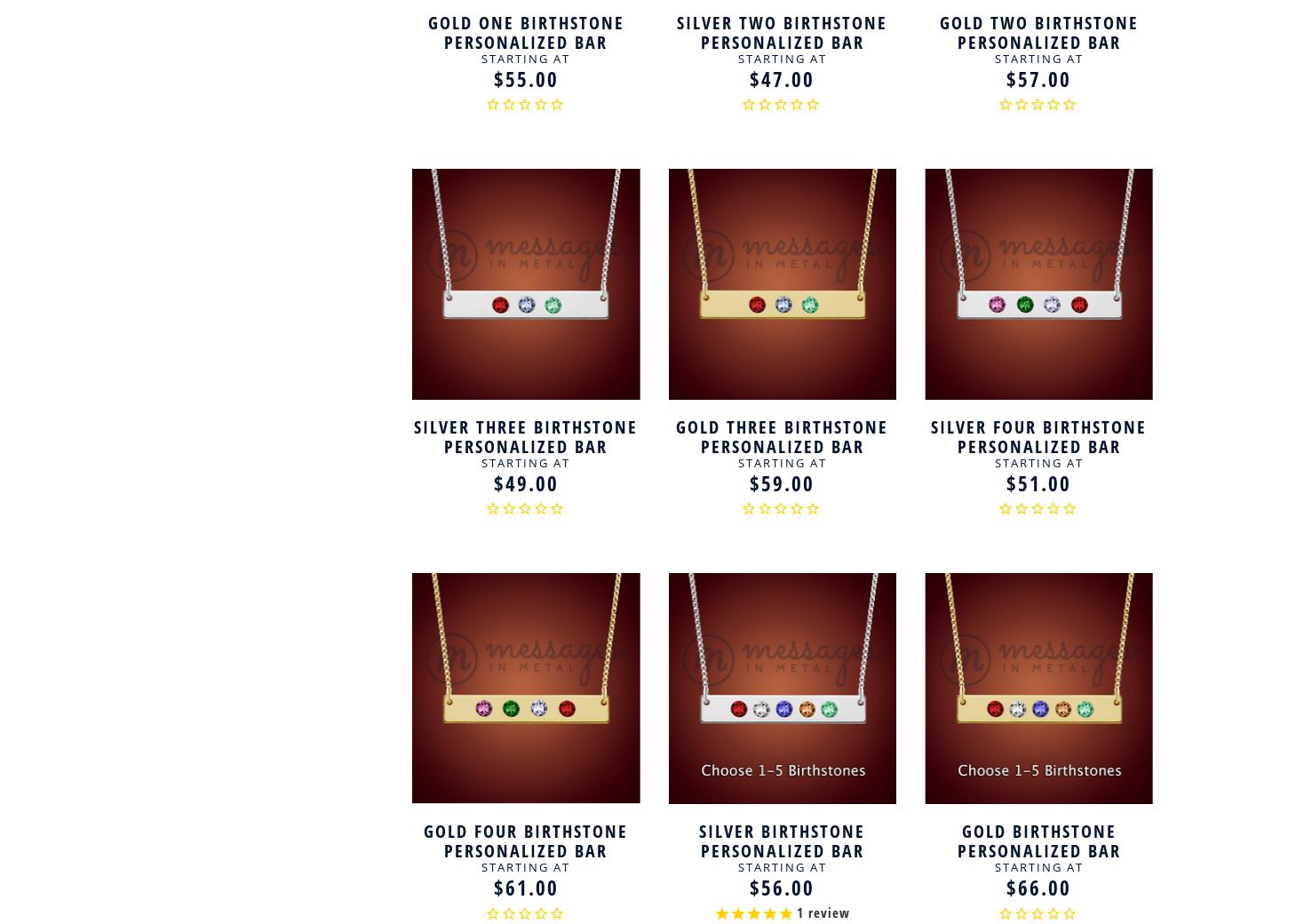  Describe the element at coordinates (782, 888) in the screenshot. I see `'$56.00'` at that location.